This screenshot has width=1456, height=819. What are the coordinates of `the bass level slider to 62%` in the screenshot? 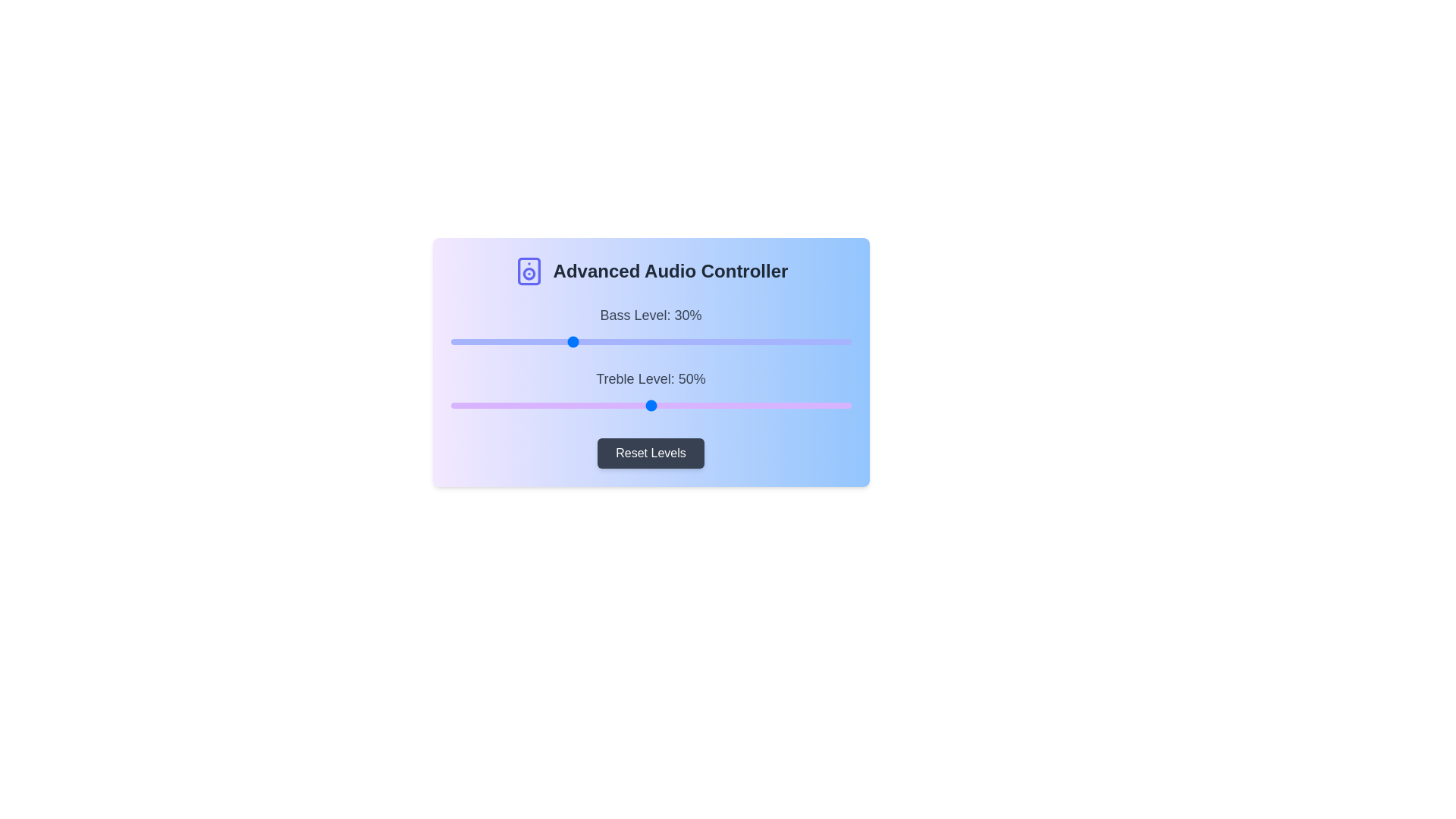 It's located at (698, 342).